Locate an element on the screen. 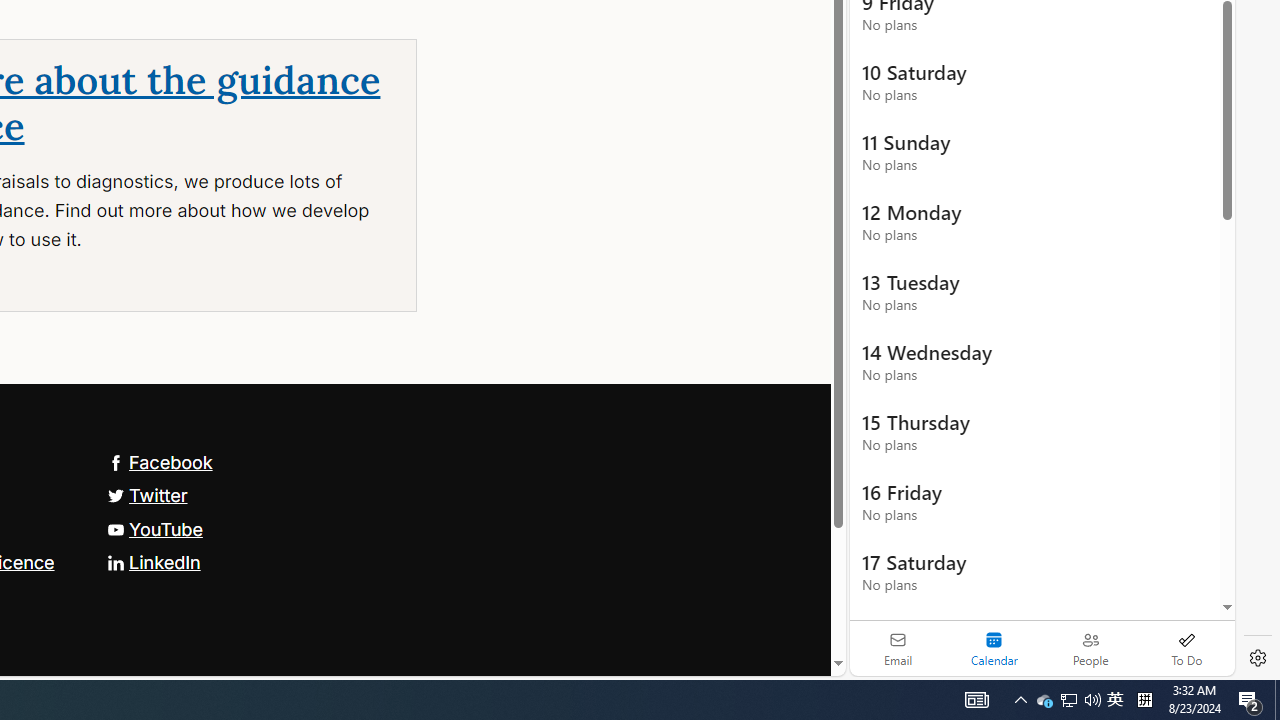 This screenshot has height=720, width=1280. 'Email' is located at coordinates (897, 648).